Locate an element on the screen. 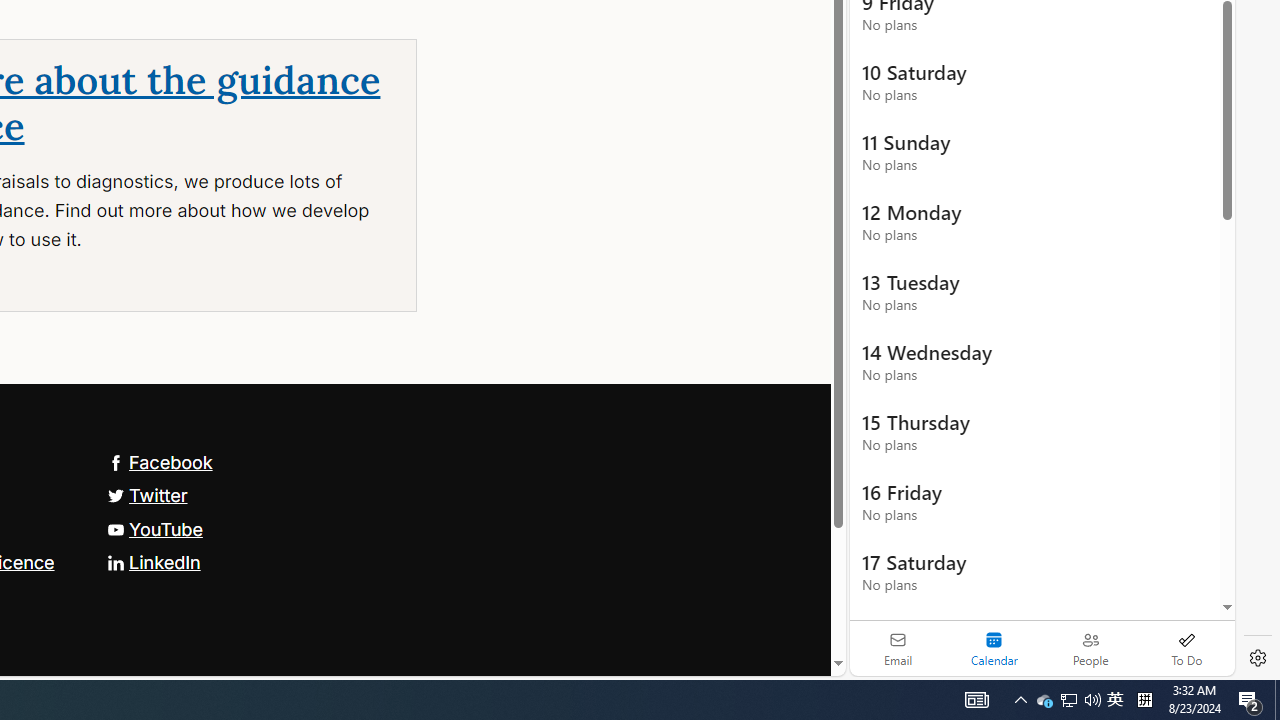 This screenshot has height=720, width=1280. 'Email' is located at coordinates (897, 648).